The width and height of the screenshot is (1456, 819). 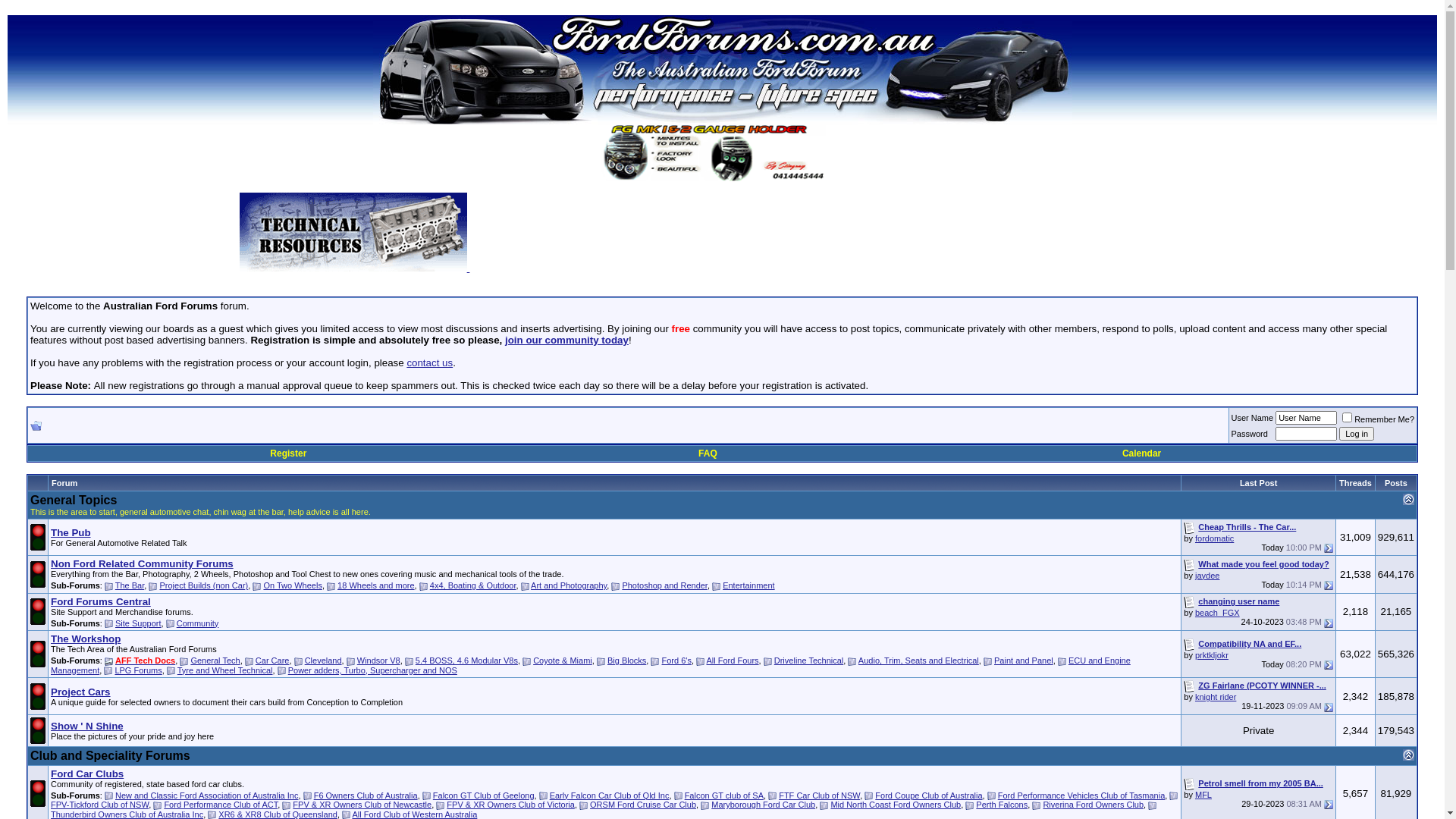 I want to click on 'Riverina Ford Owners Club', so click(x=1093, y=803).